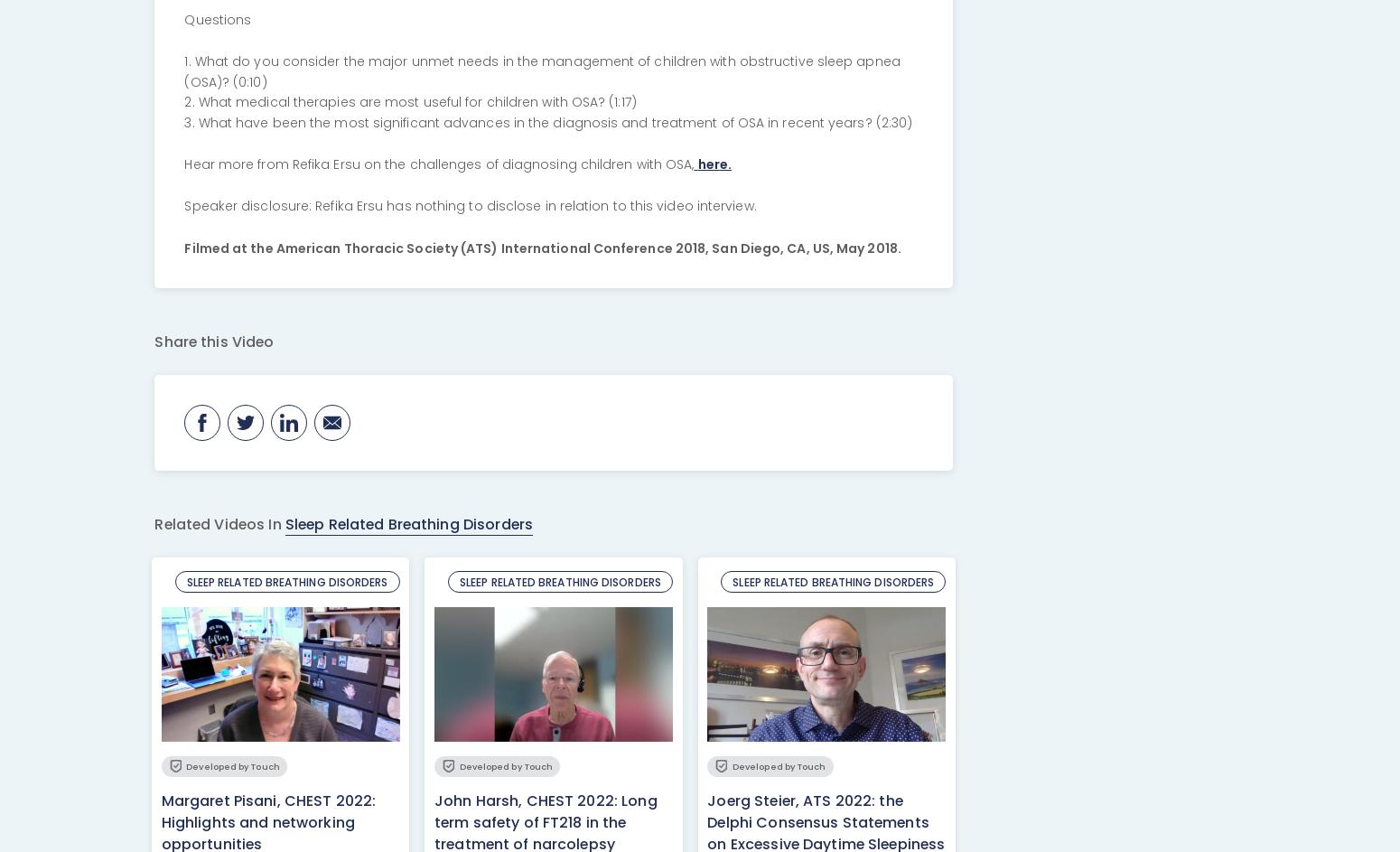  What do you see at coordinates (182, 206) in the screenshot?
I see `'Speaker disclosure: Refika Ersu has nothing to disclose in relation to this video interview.'` at bounding box center [182, 206].